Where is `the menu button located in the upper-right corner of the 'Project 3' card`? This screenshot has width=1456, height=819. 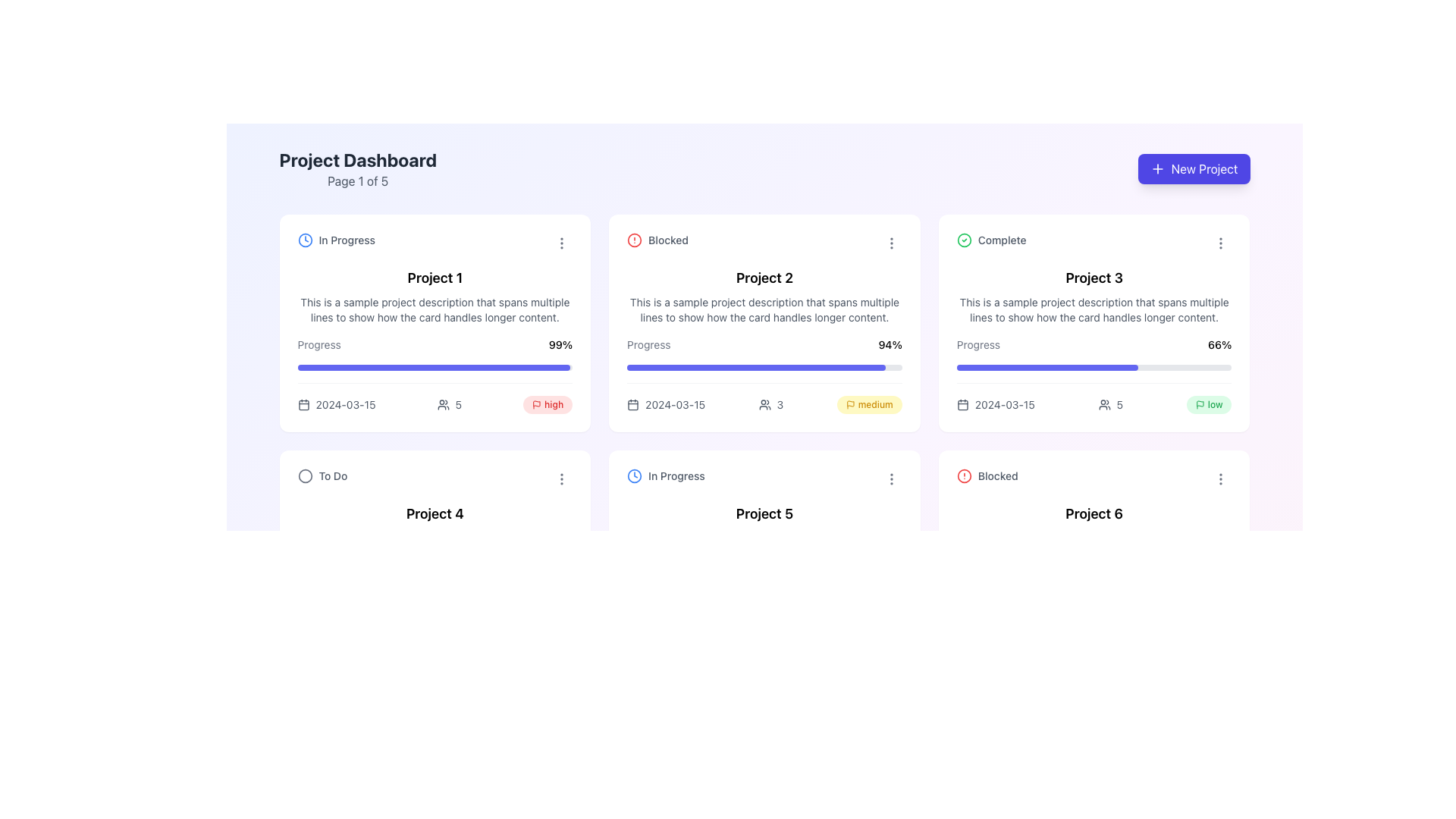
the menu button located in the upper-right corner of the 'Project 3' card is located at coordinates (1221, 242).